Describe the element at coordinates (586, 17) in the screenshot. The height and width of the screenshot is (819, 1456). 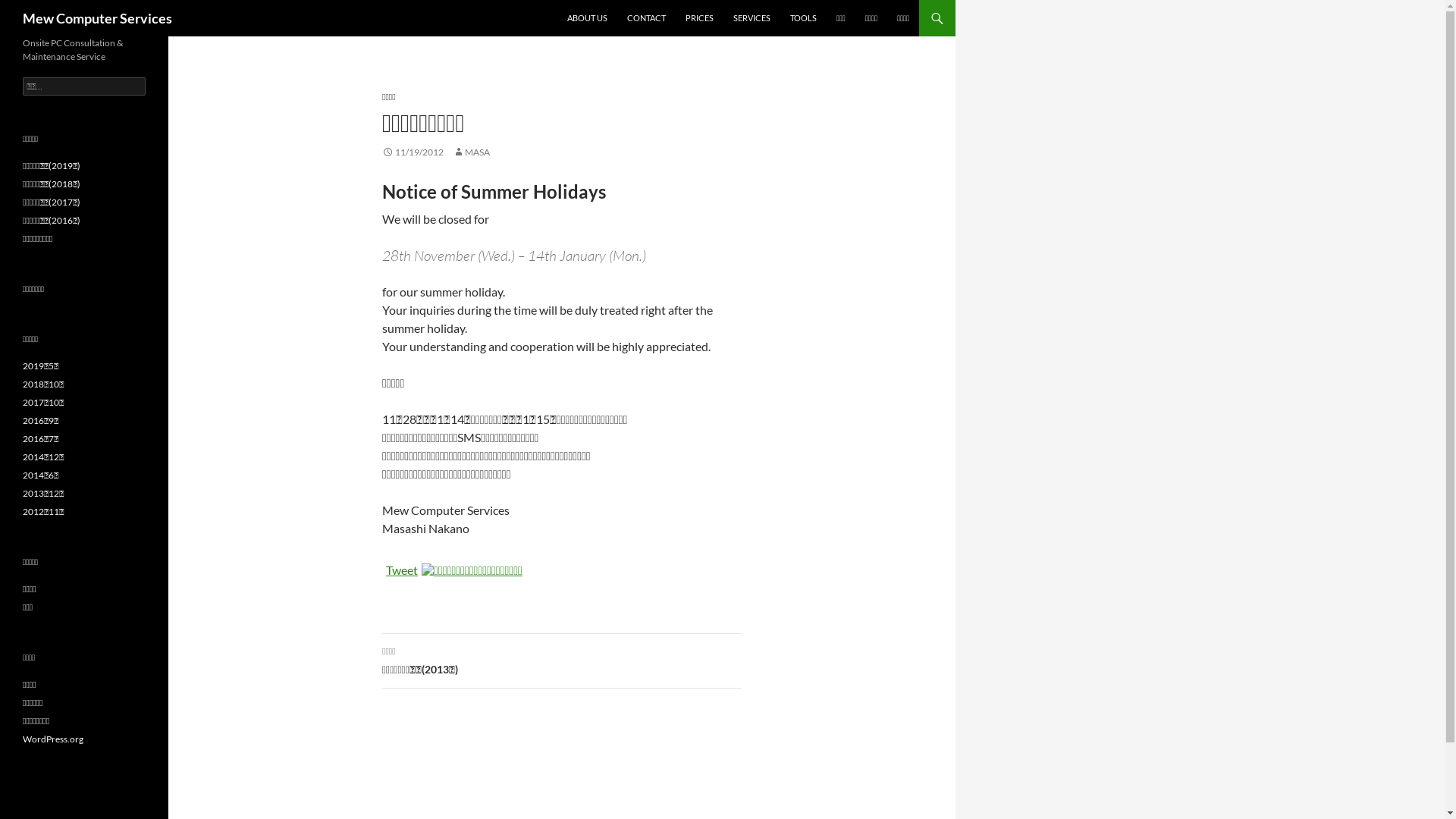
I see `'ABOUT US'` at that location.